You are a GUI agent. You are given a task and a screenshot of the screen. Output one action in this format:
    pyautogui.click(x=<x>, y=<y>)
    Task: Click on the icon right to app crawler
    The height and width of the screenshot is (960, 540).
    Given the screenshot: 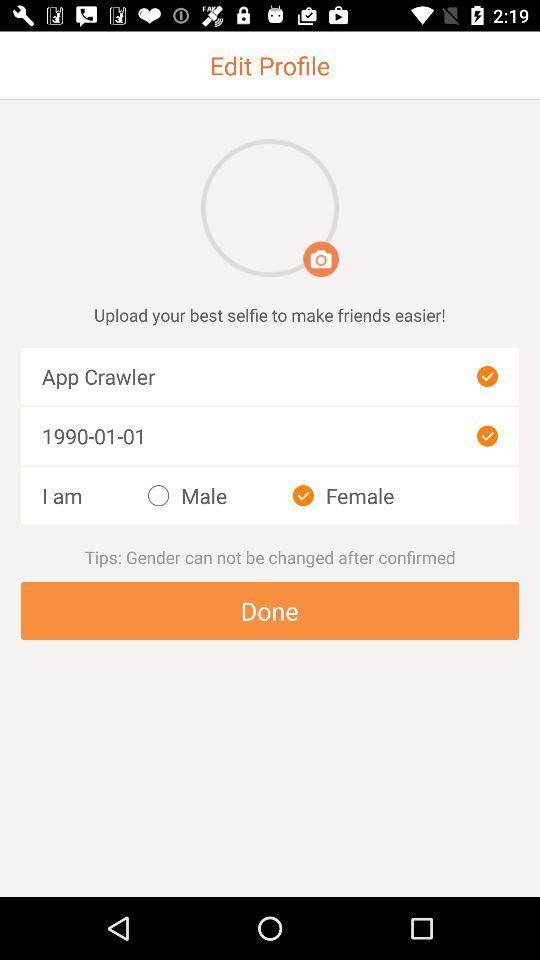 What is the action you would take?
    pyautogui.click(x=486, y=375)
    